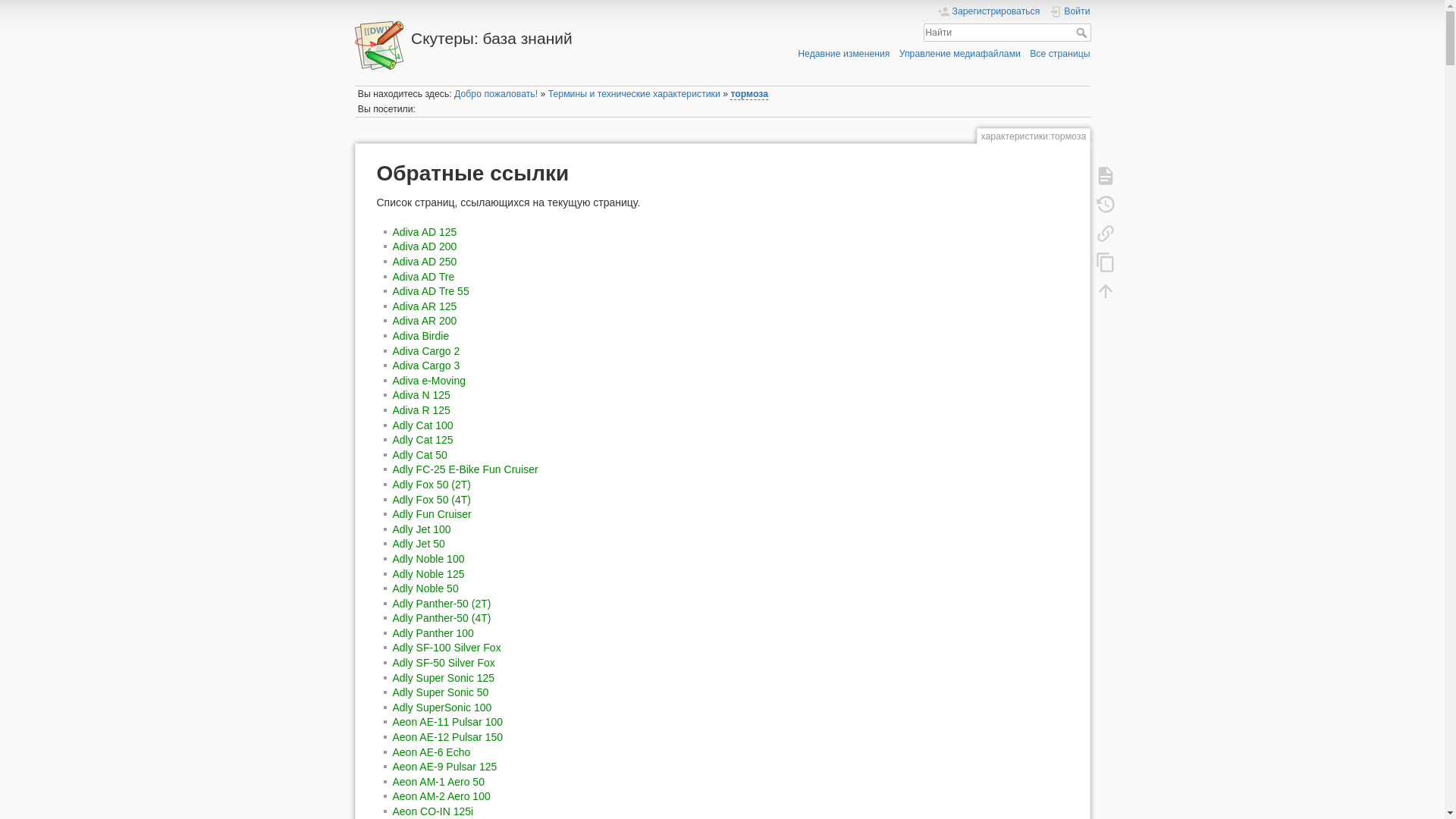  What do you see at coordinates (431, 500) in the screenshot?
I see `'Adly Fox 50 (4T)'` at bounding box center [431, 500].